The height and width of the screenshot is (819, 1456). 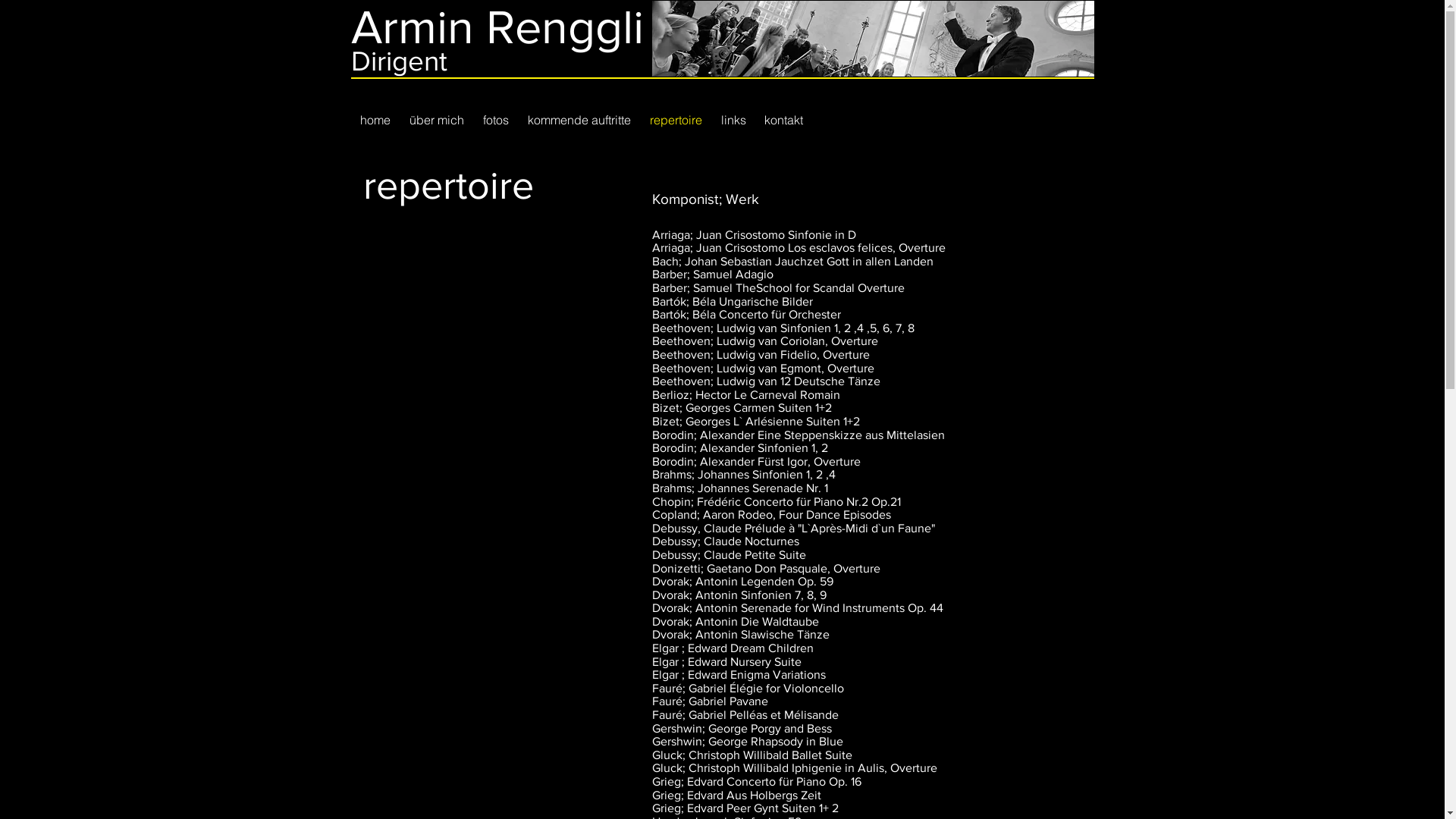 I want to click on 'kommende auftritte', so click(x=579, y=119).